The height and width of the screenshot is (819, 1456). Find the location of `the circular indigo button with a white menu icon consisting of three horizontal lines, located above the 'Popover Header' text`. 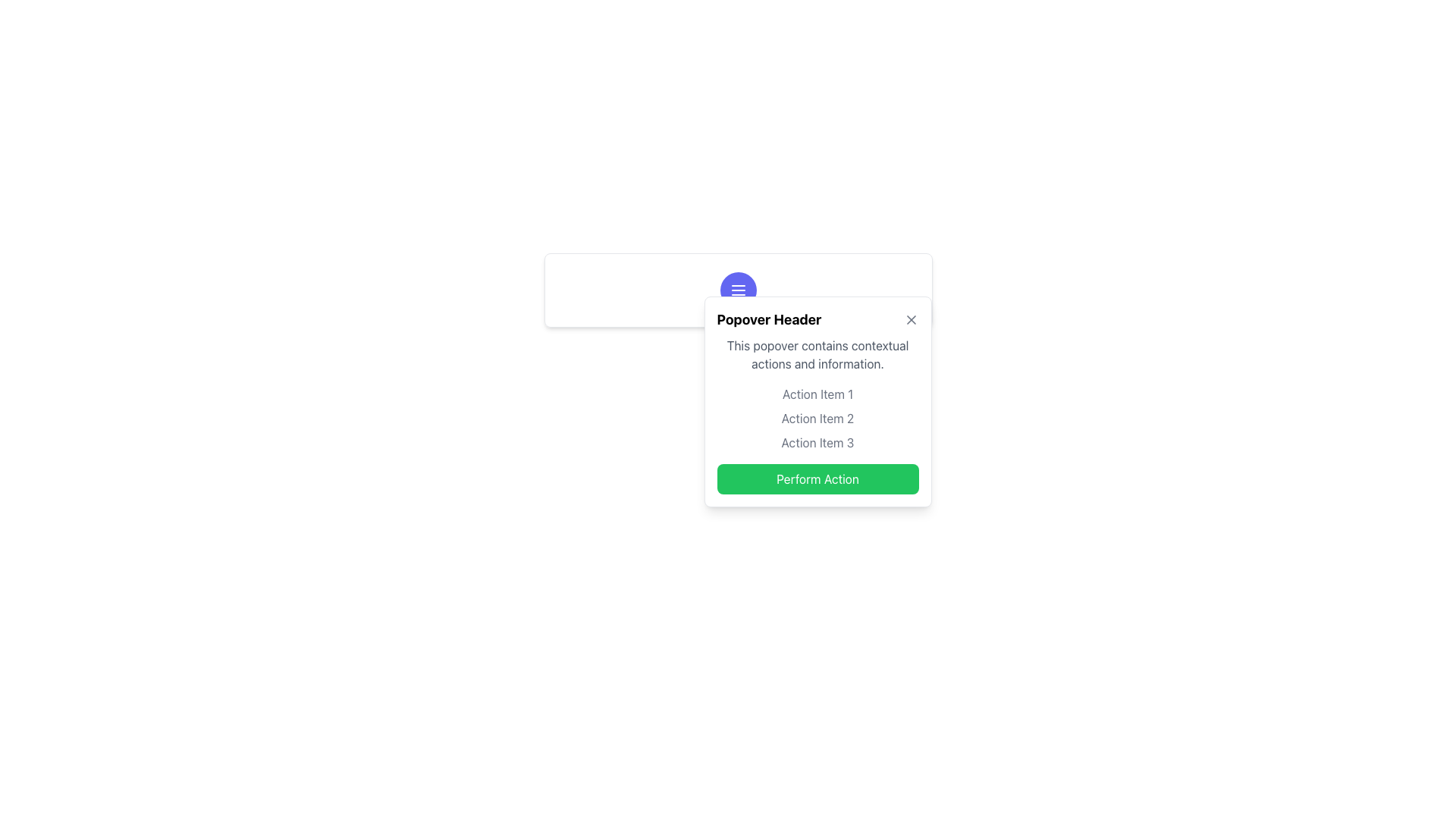

the circular indigo button with a white menu icon consisting of three horizontal lines, located above the 'Popover Header' text is located at coordinates (738, 290).